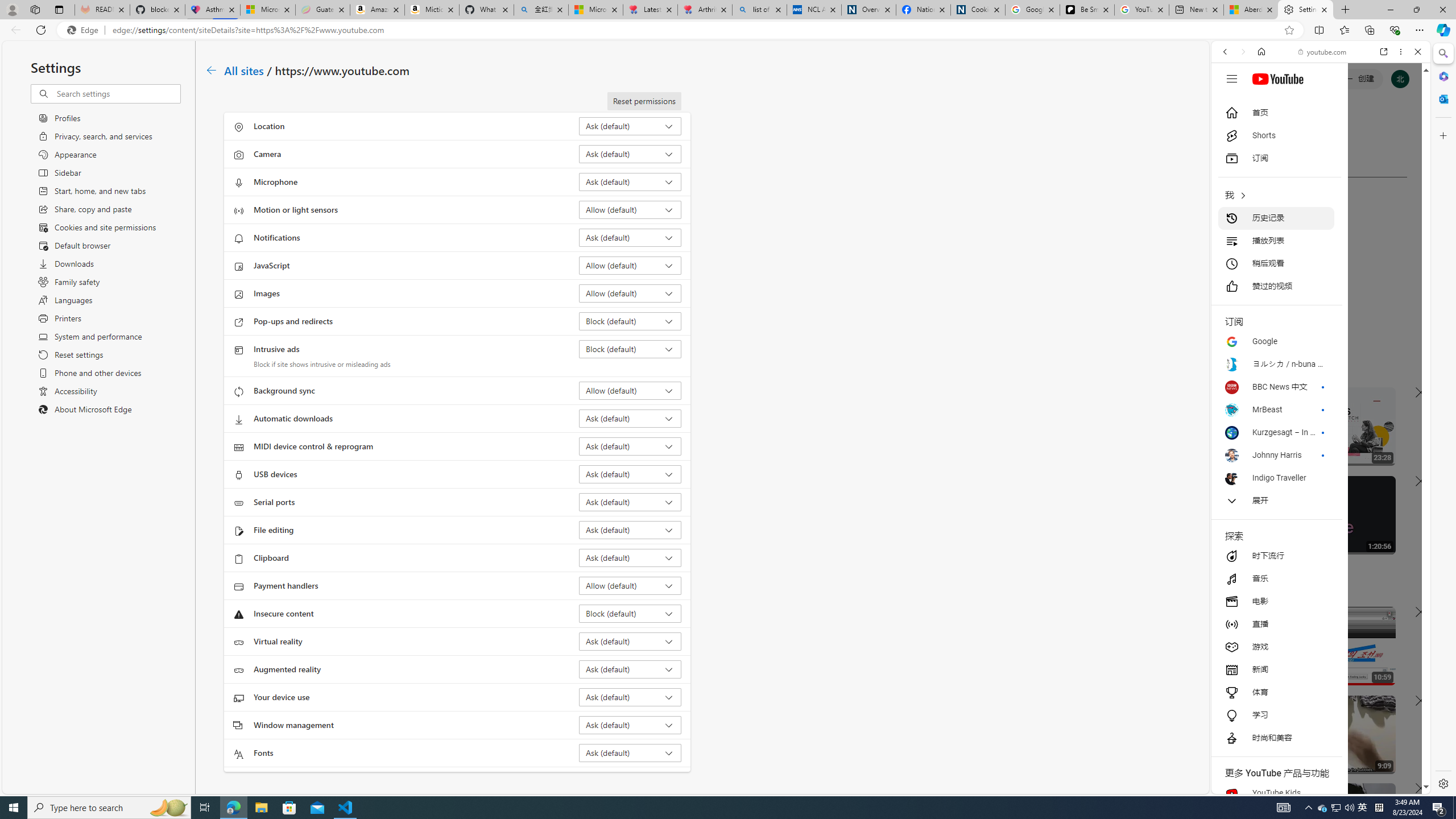  I want to click on 'youtube.com', so click(1322, 52).